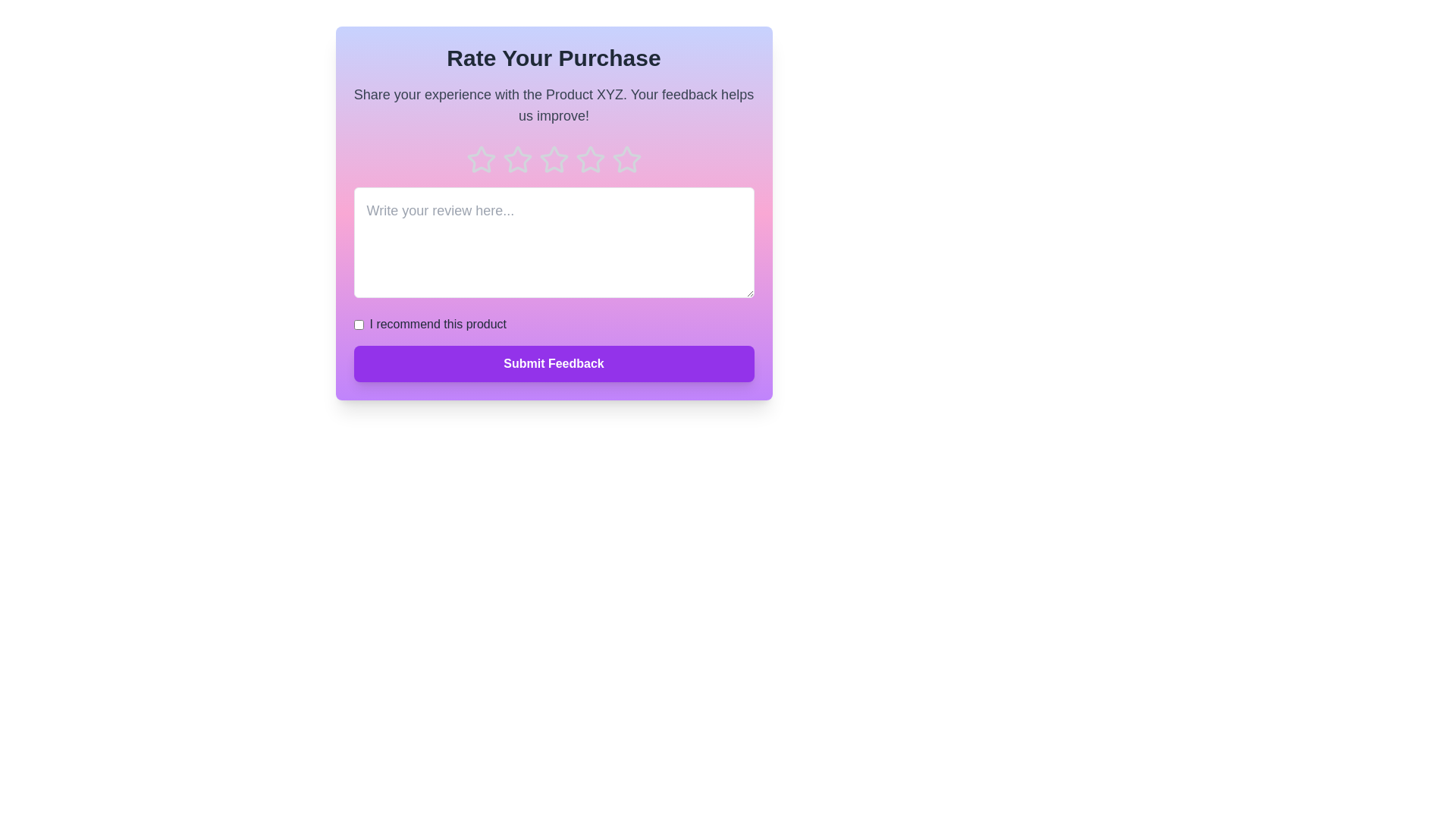 This screenshot has height=819, width=1456. I want to click on the star corresponding to the rating 1, so click(480, 160).